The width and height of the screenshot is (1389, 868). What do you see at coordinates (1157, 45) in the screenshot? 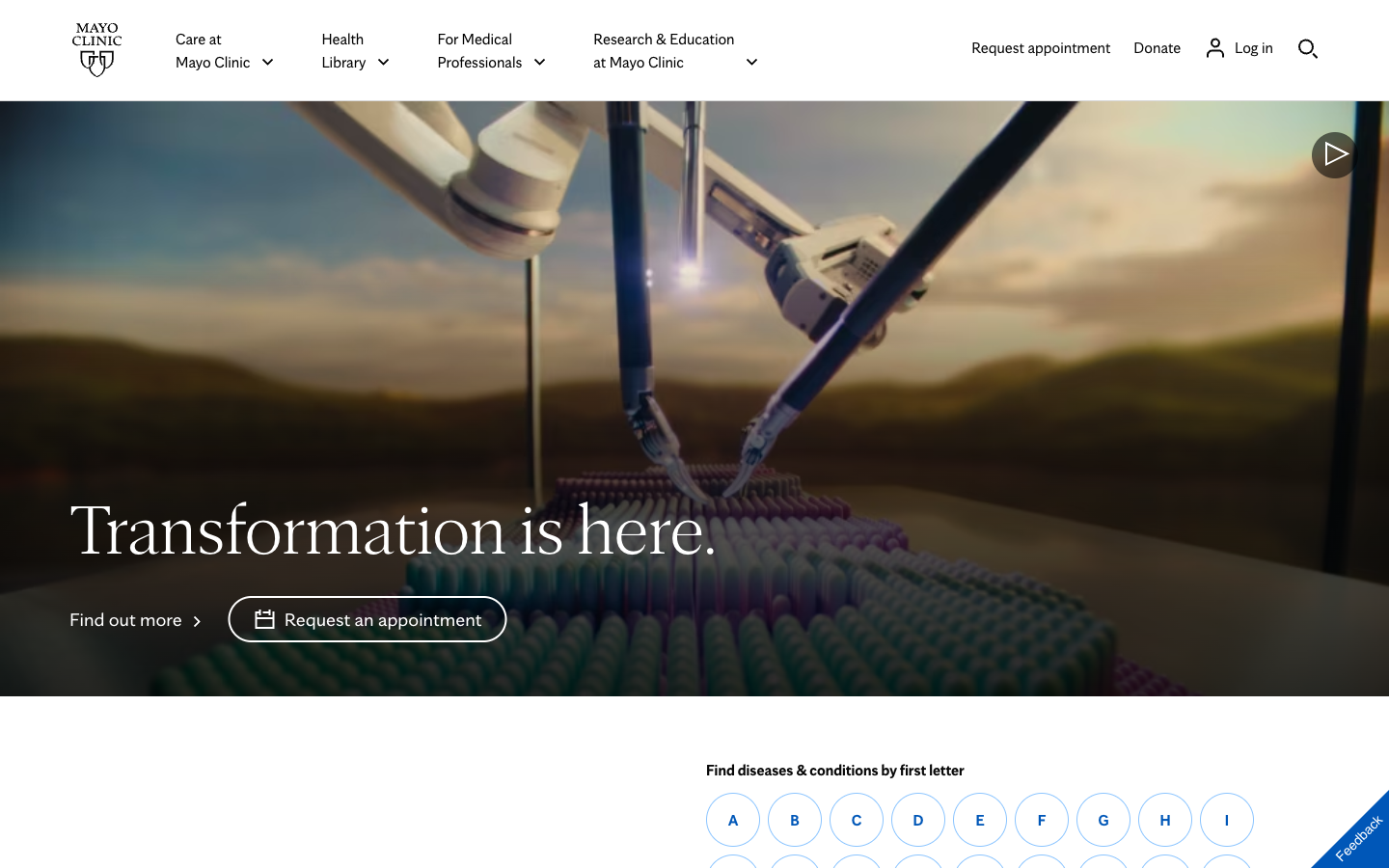
I see `Support Mayo Clinic through donation` at bounding box center [1157, 45].